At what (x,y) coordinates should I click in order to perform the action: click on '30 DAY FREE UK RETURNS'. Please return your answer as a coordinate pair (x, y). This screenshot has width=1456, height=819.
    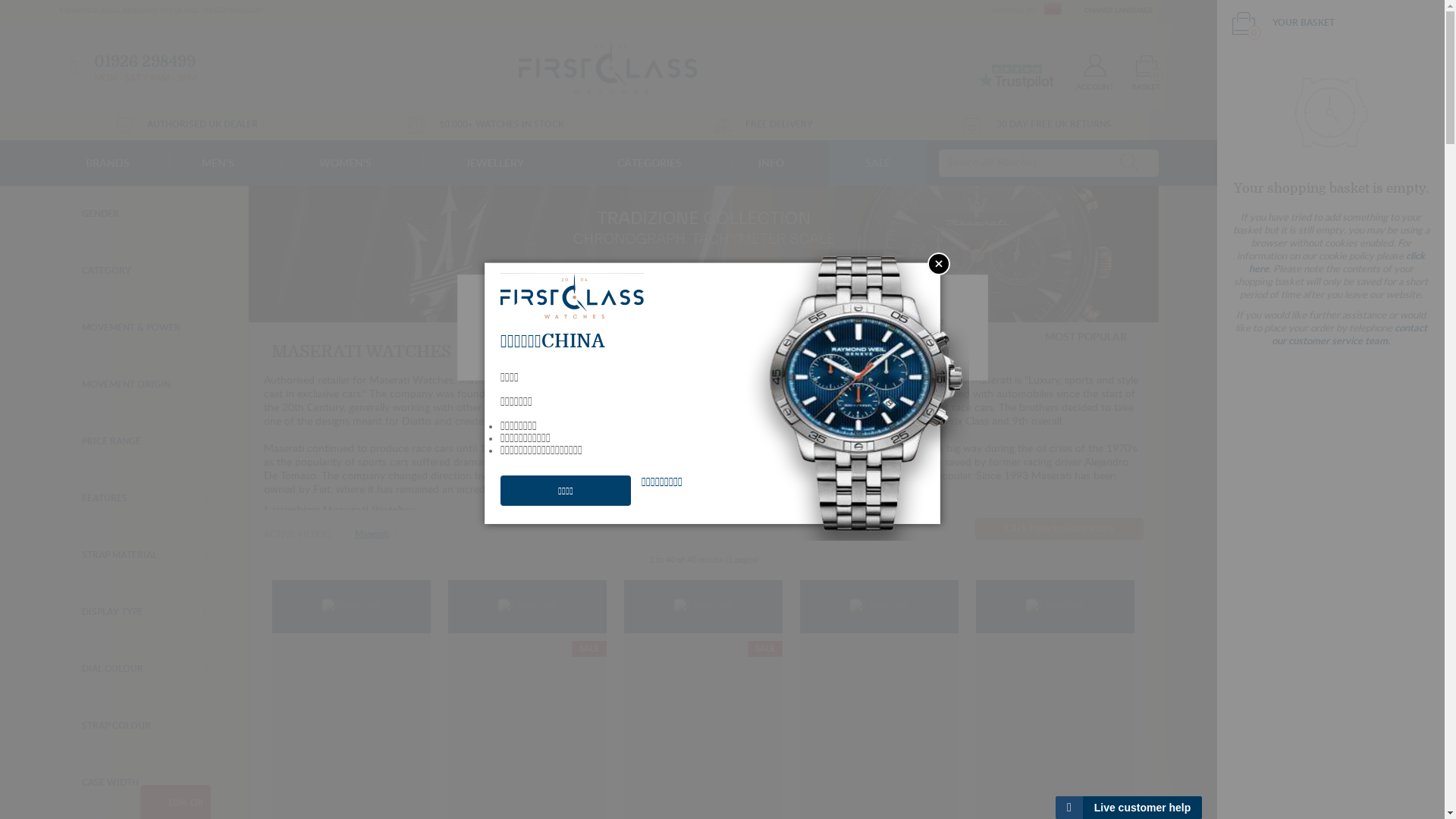
    Looking at the image, I should click on (1030, 124).